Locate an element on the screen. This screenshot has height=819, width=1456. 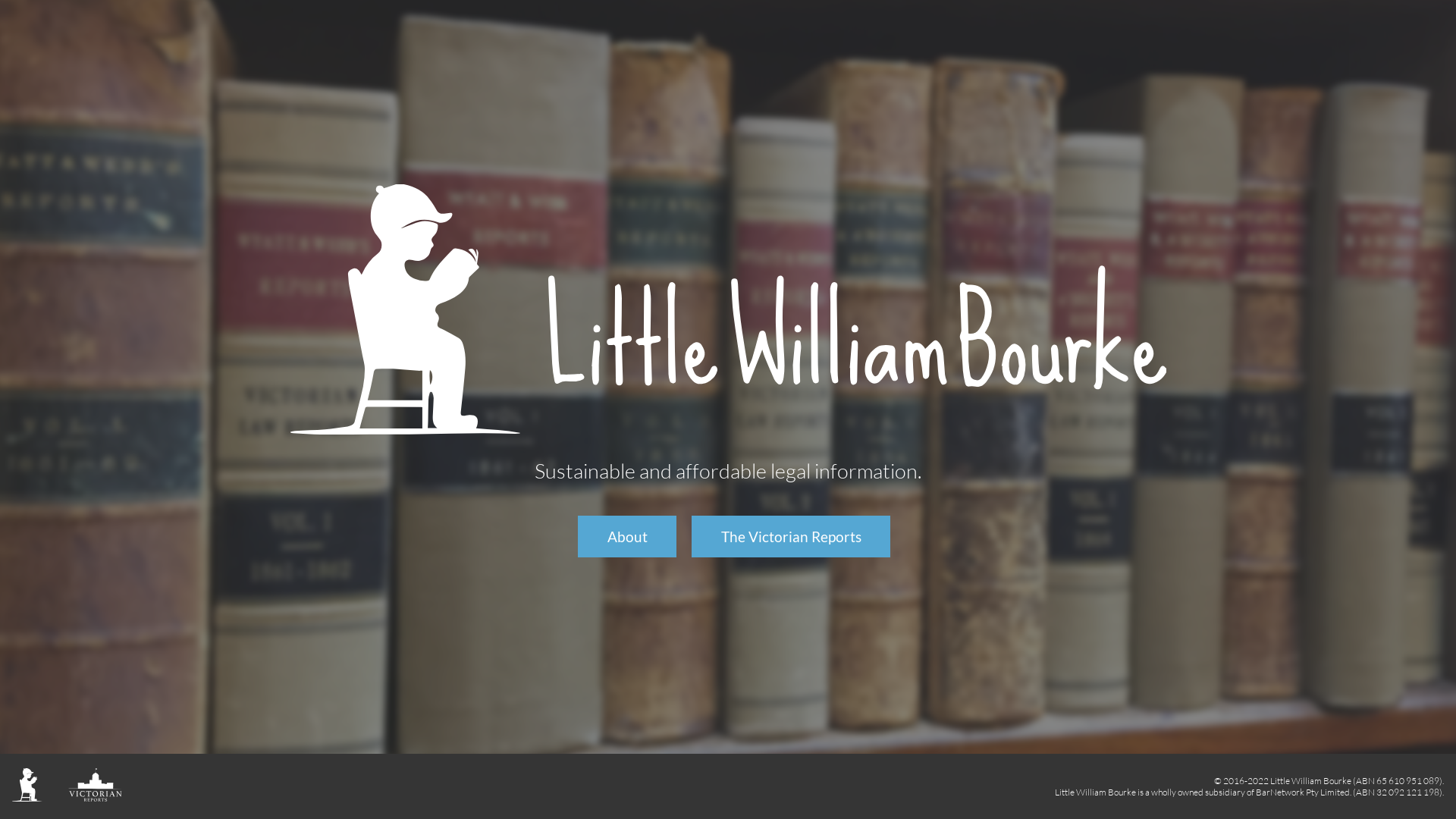
'About' is located at coordinates (577, 536).